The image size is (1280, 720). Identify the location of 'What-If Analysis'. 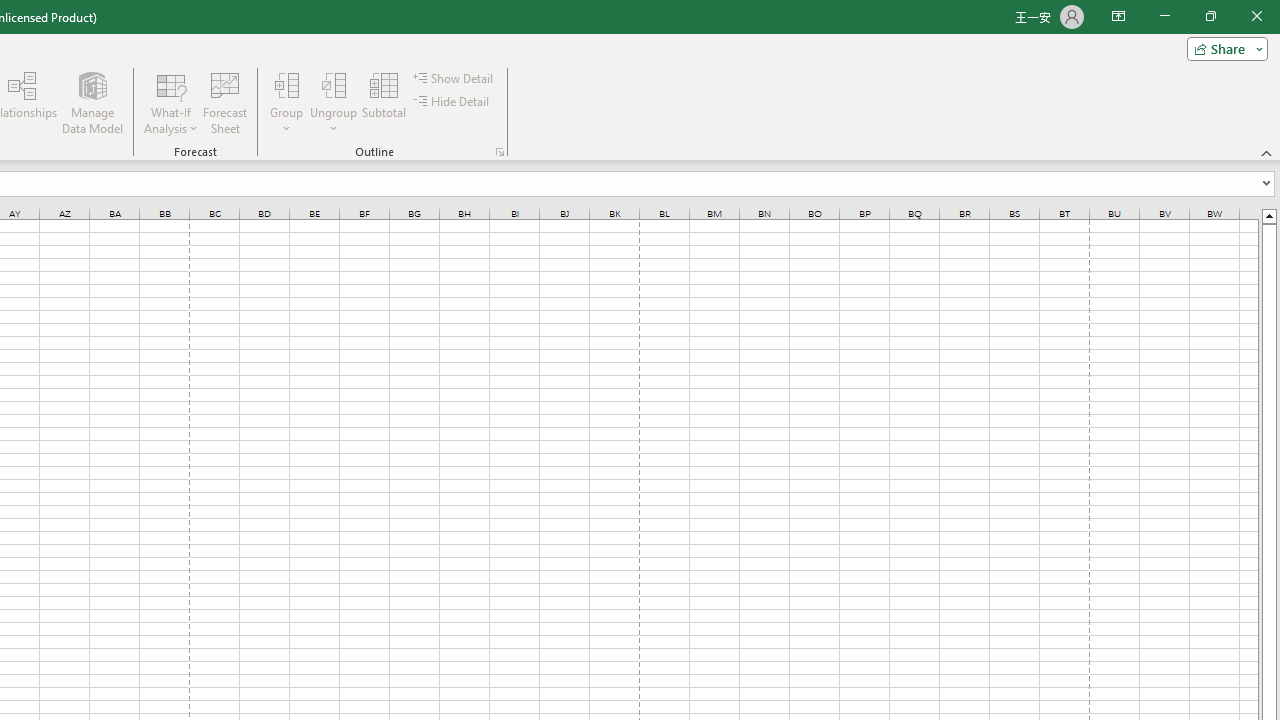
(171, 103).